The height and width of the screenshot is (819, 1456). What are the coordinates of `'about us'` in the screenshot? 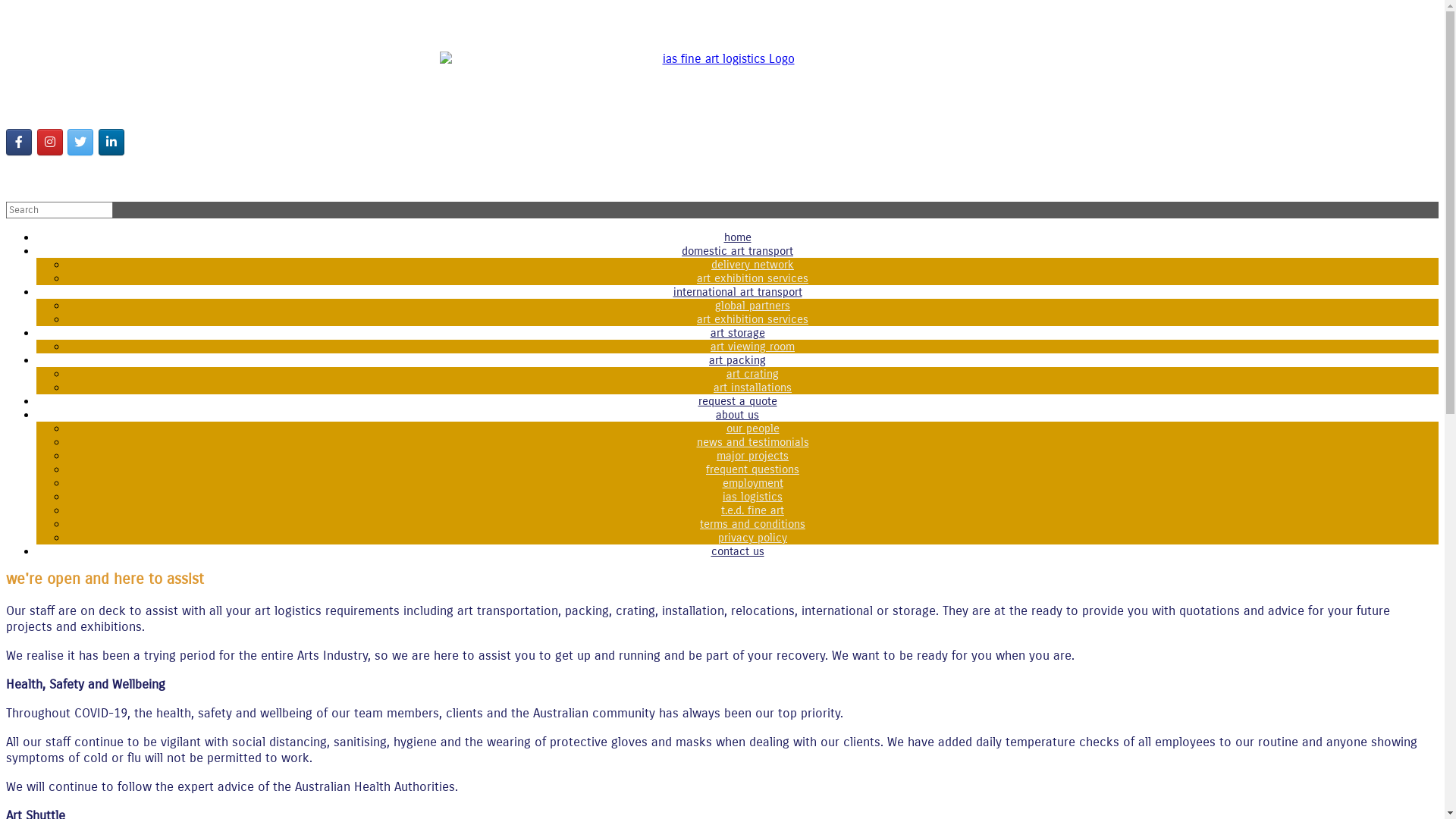 It's located at (737, 415).